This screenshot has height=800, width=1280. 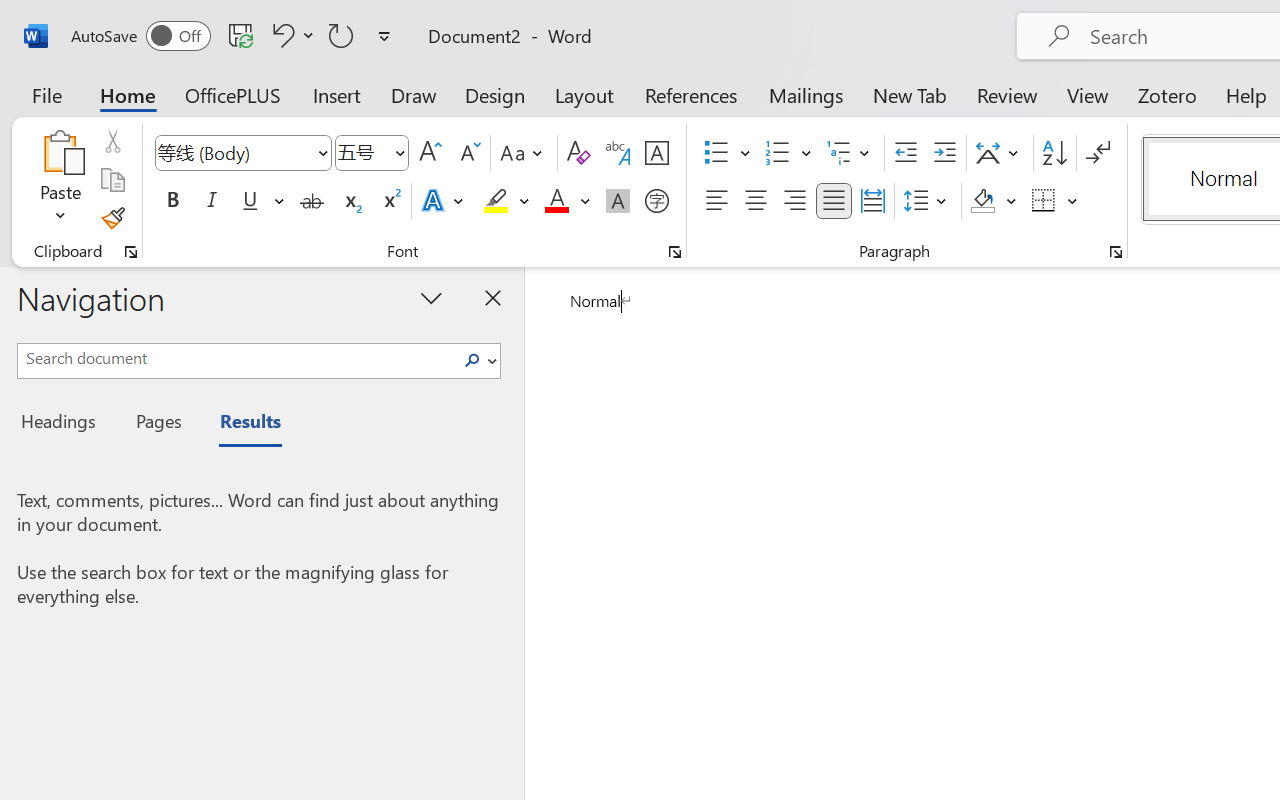 I want to click on 'View', so click(x=1087, y=94).